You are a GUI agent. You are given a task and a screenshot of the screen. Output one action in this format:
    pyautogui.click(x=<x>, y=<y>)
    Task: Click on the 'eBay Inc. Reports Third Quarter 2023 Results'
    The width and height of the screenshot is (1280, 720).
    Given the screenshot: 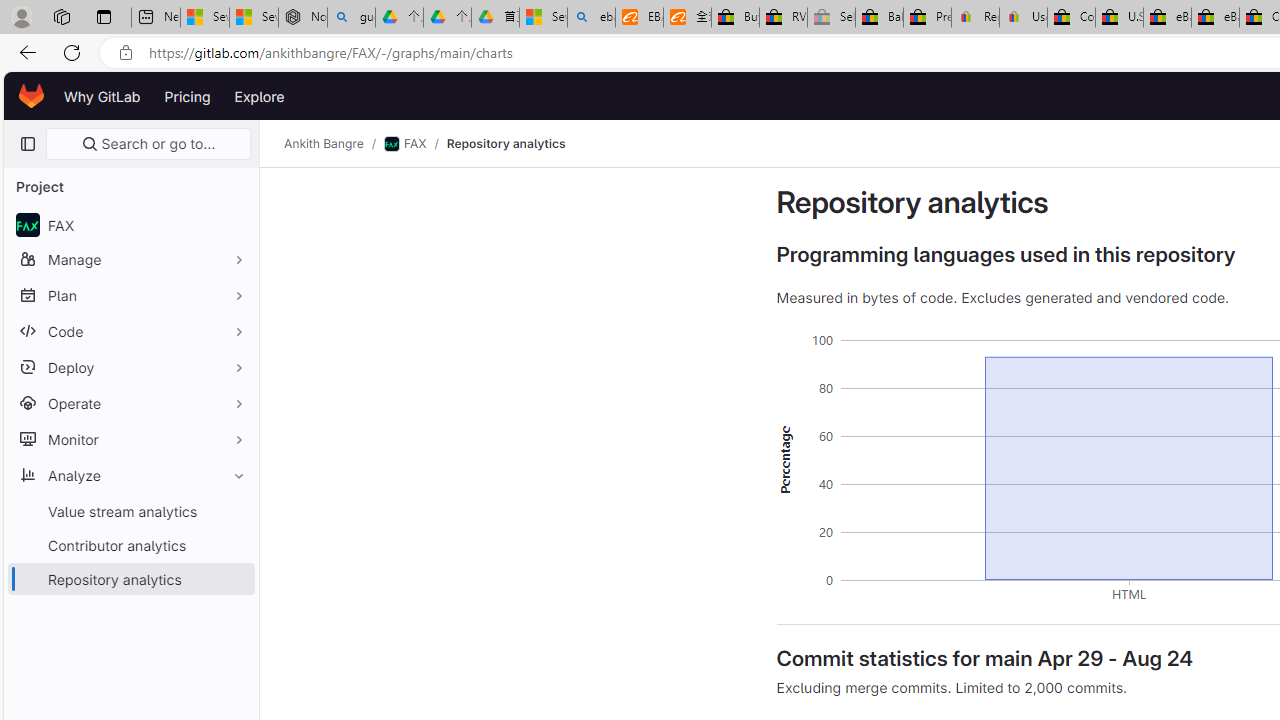 What is the action you would take?
    pyautogui.click(x=1214, y=17)
    